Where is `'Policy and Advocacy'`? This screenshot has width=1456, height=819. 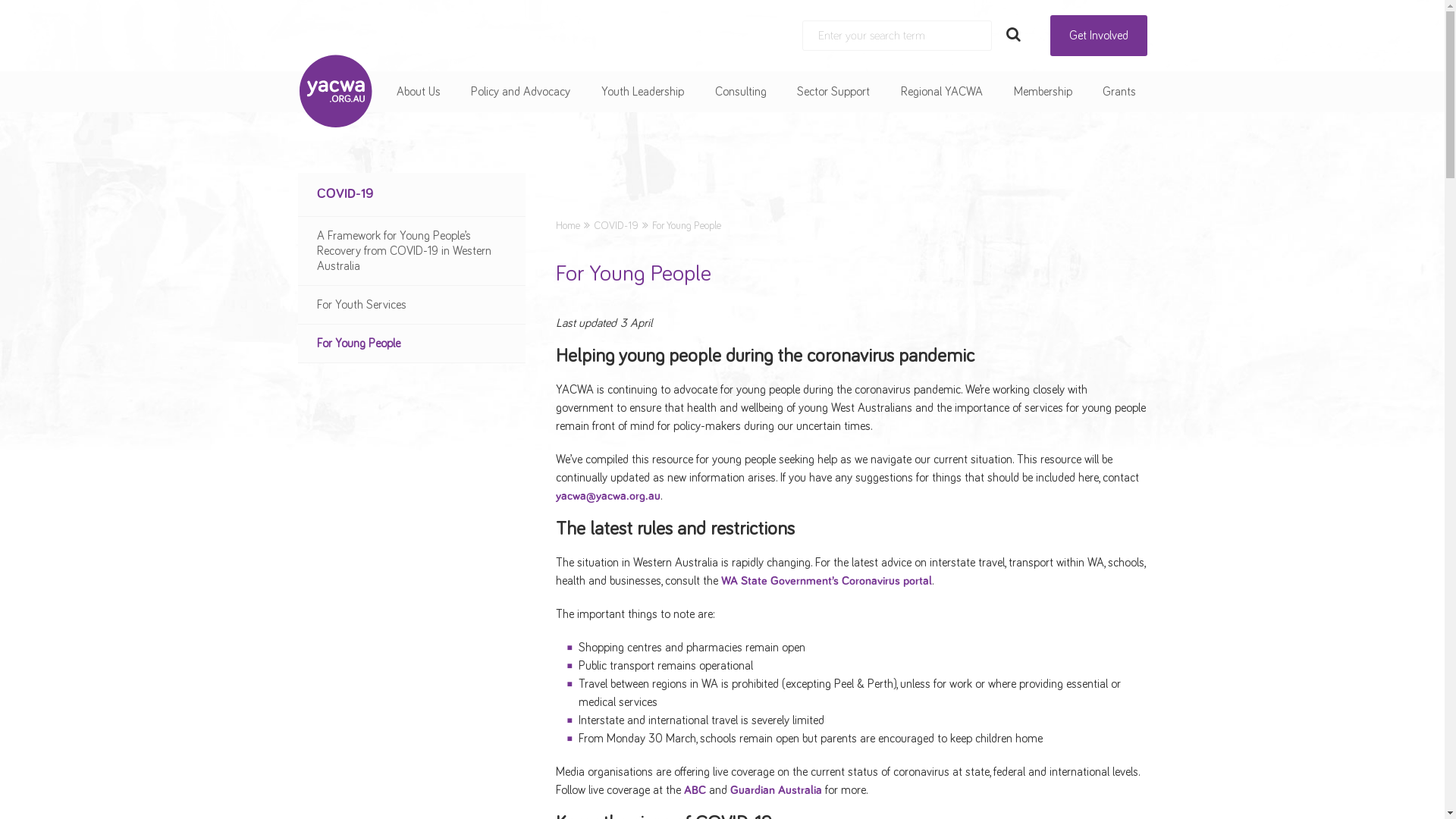 'Policy and Advocacy' is located at coordinates (520, 91).